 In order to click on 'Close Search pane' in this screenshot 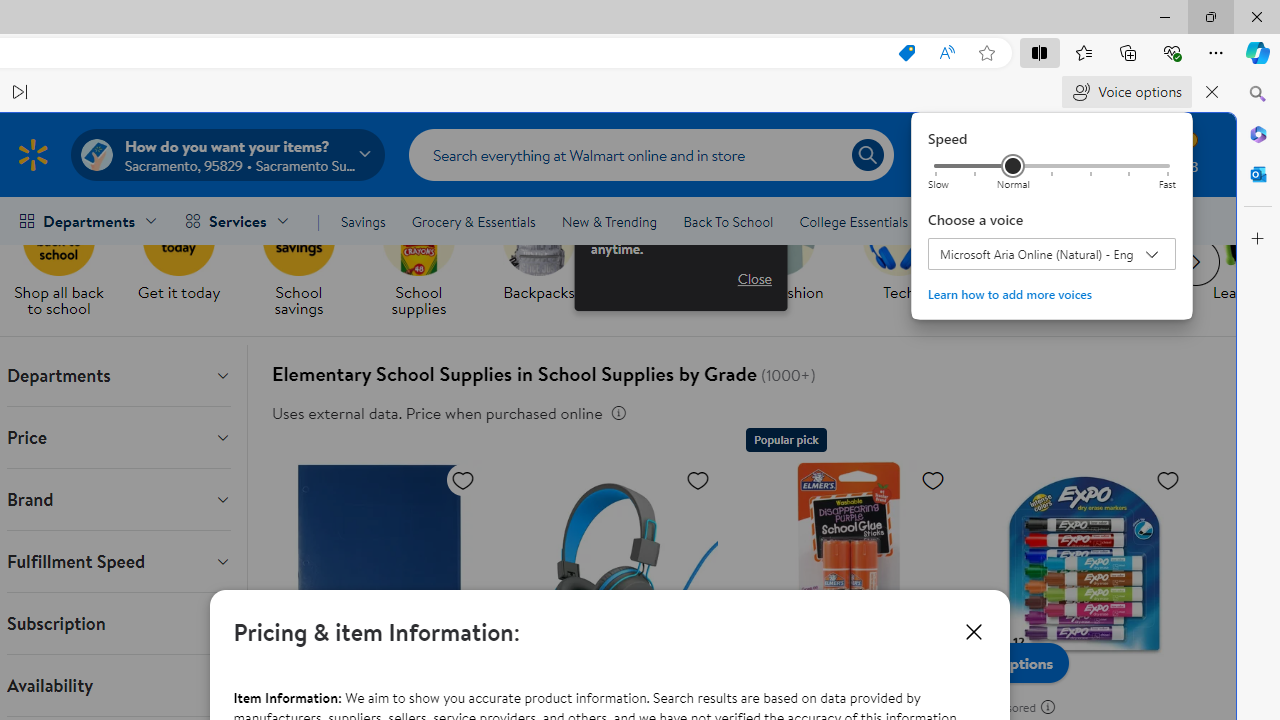, I will do `click(1257, 94)`.